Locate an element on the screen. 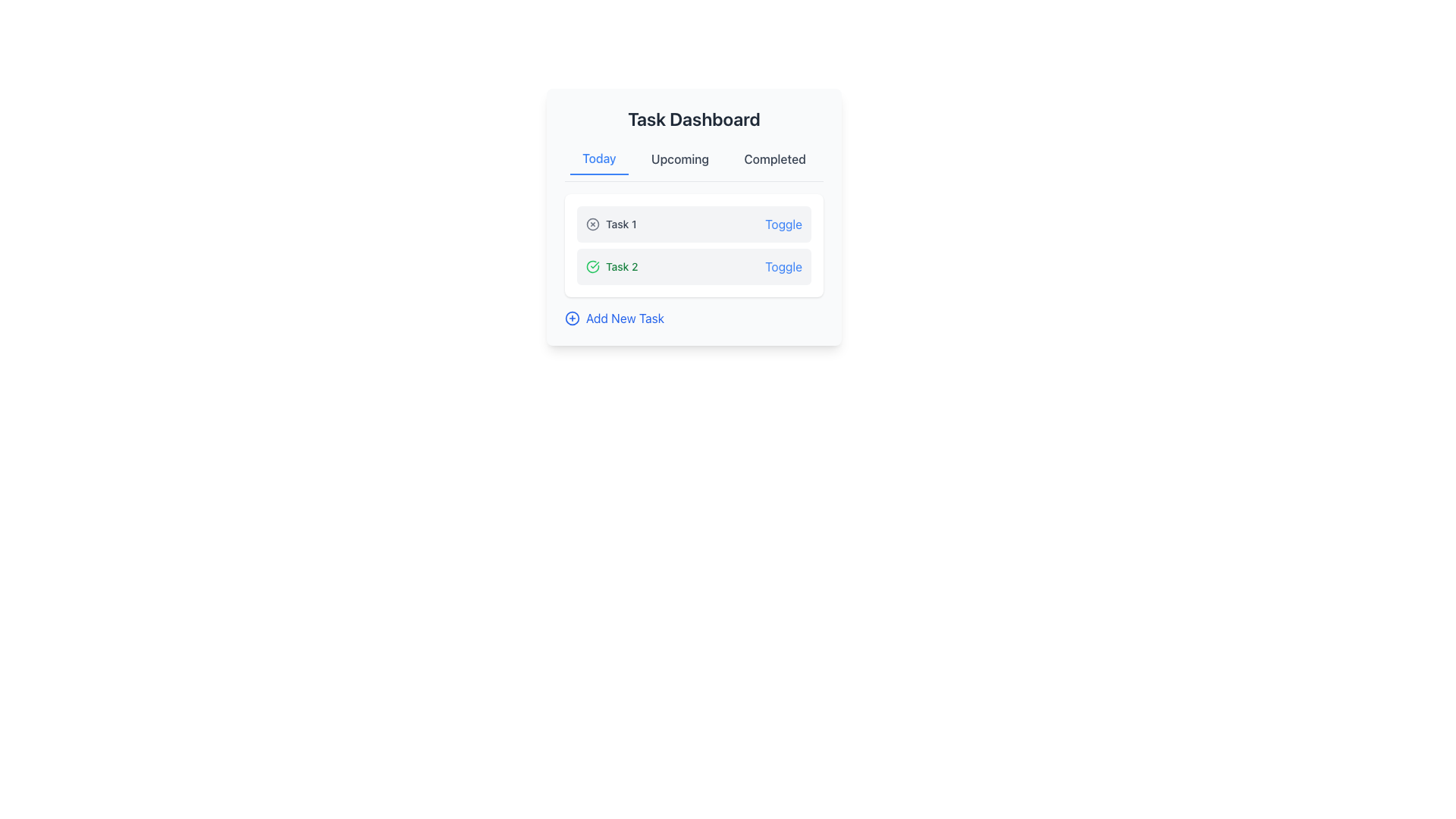  the task-specific icons on the first List card in the 'Task Dashboard' section under the 'Today' tab is located at coordinates (693, 217).